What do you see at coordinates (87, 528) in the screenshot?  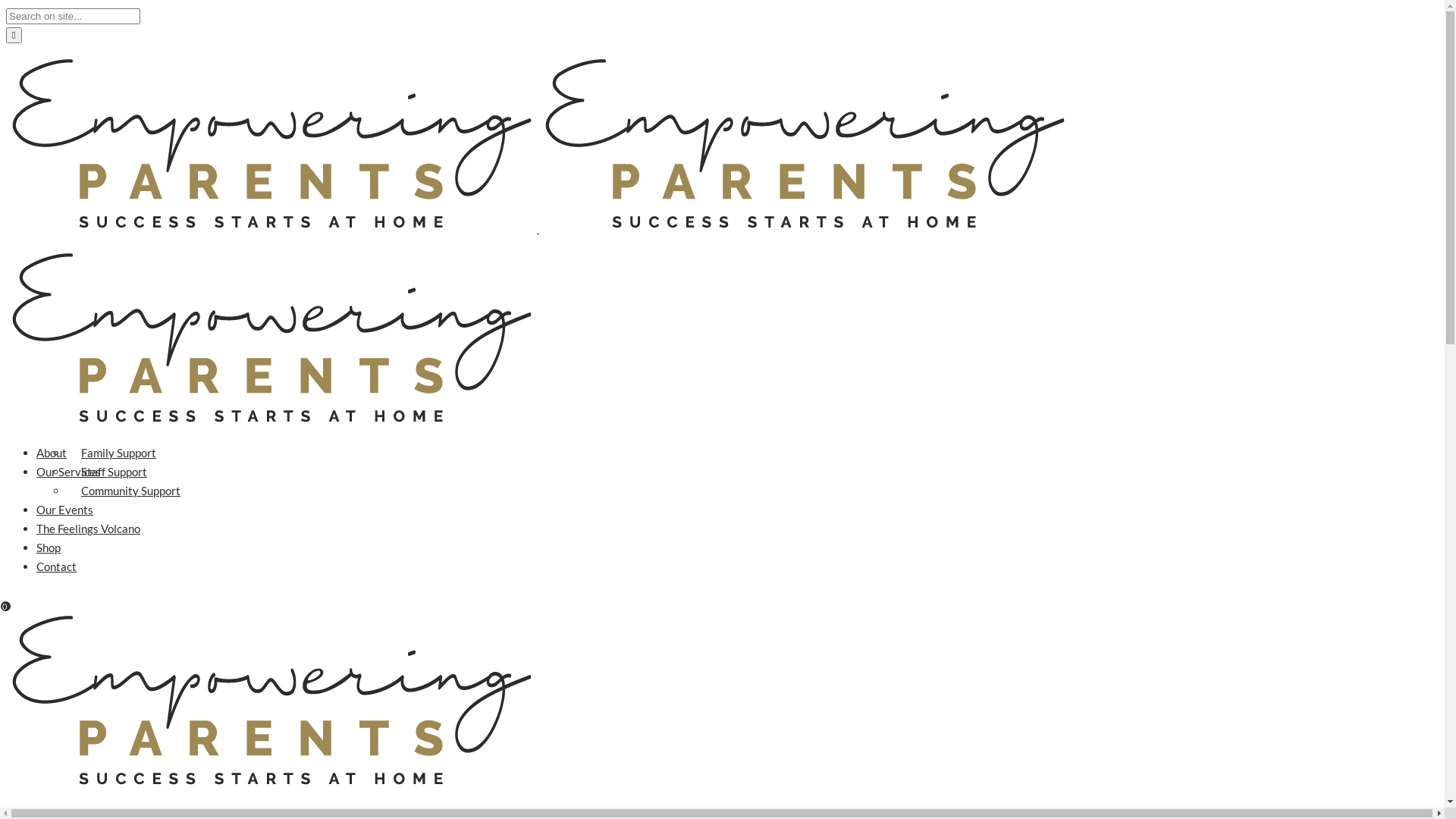 I see `'The Feelings Volcano'` at bounding box center [87, 528].